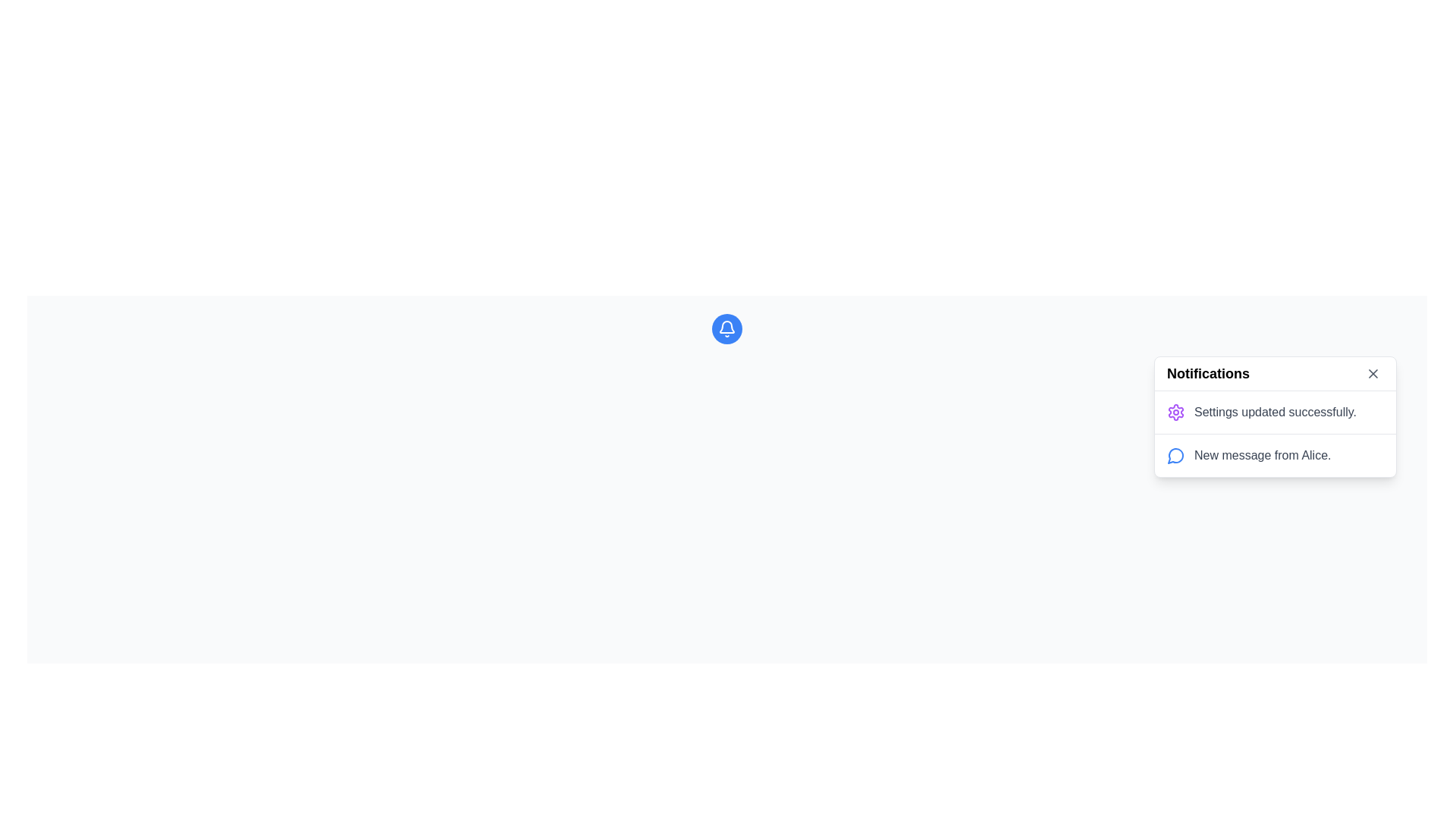  Describe the element at coordinates (1373, 374) in the screenshot. I see `the close button located in the top-right corner of the notification panel` at that location.